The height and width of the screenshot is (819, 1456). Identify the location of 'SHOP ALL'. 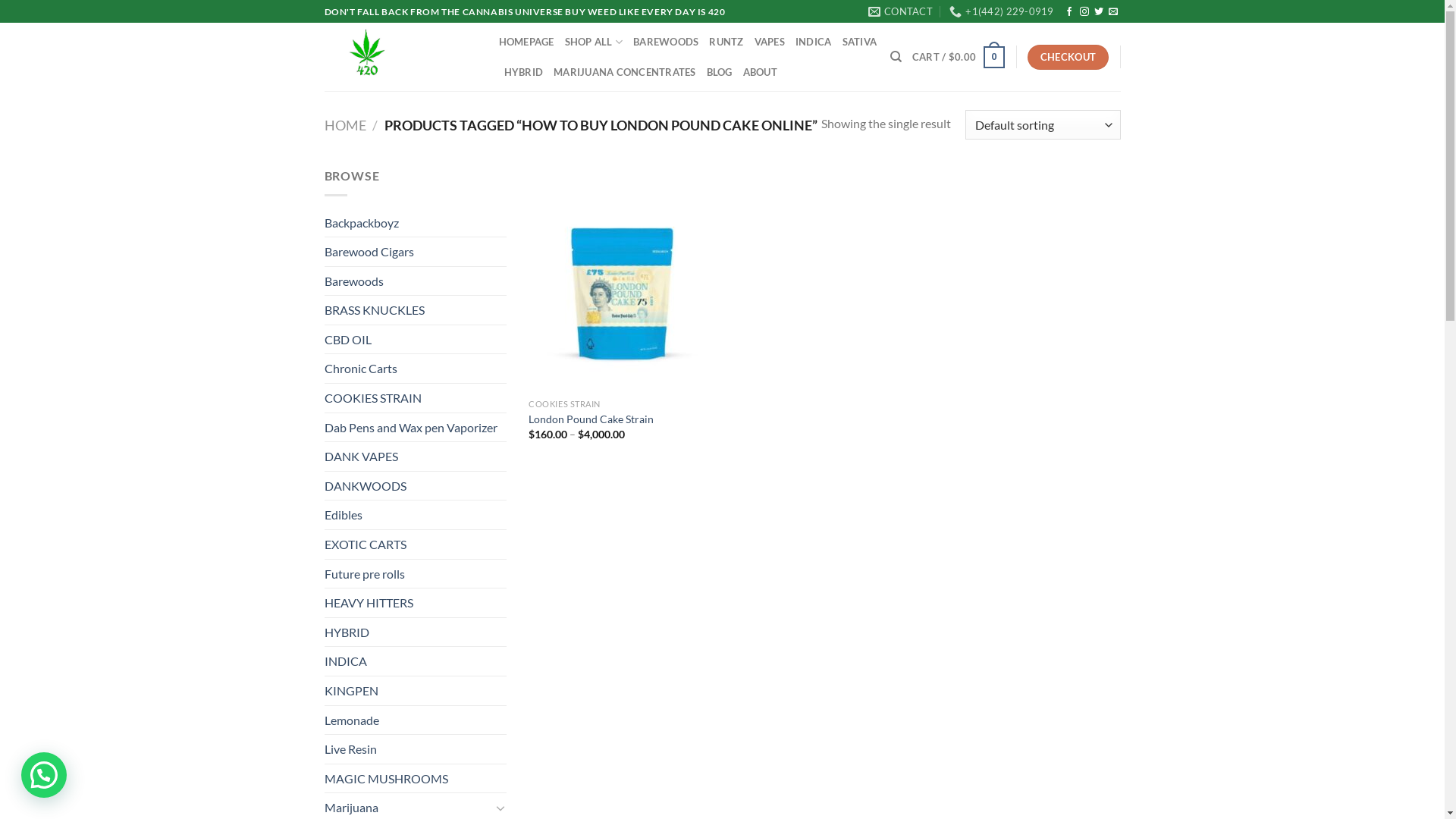
(593, 40).